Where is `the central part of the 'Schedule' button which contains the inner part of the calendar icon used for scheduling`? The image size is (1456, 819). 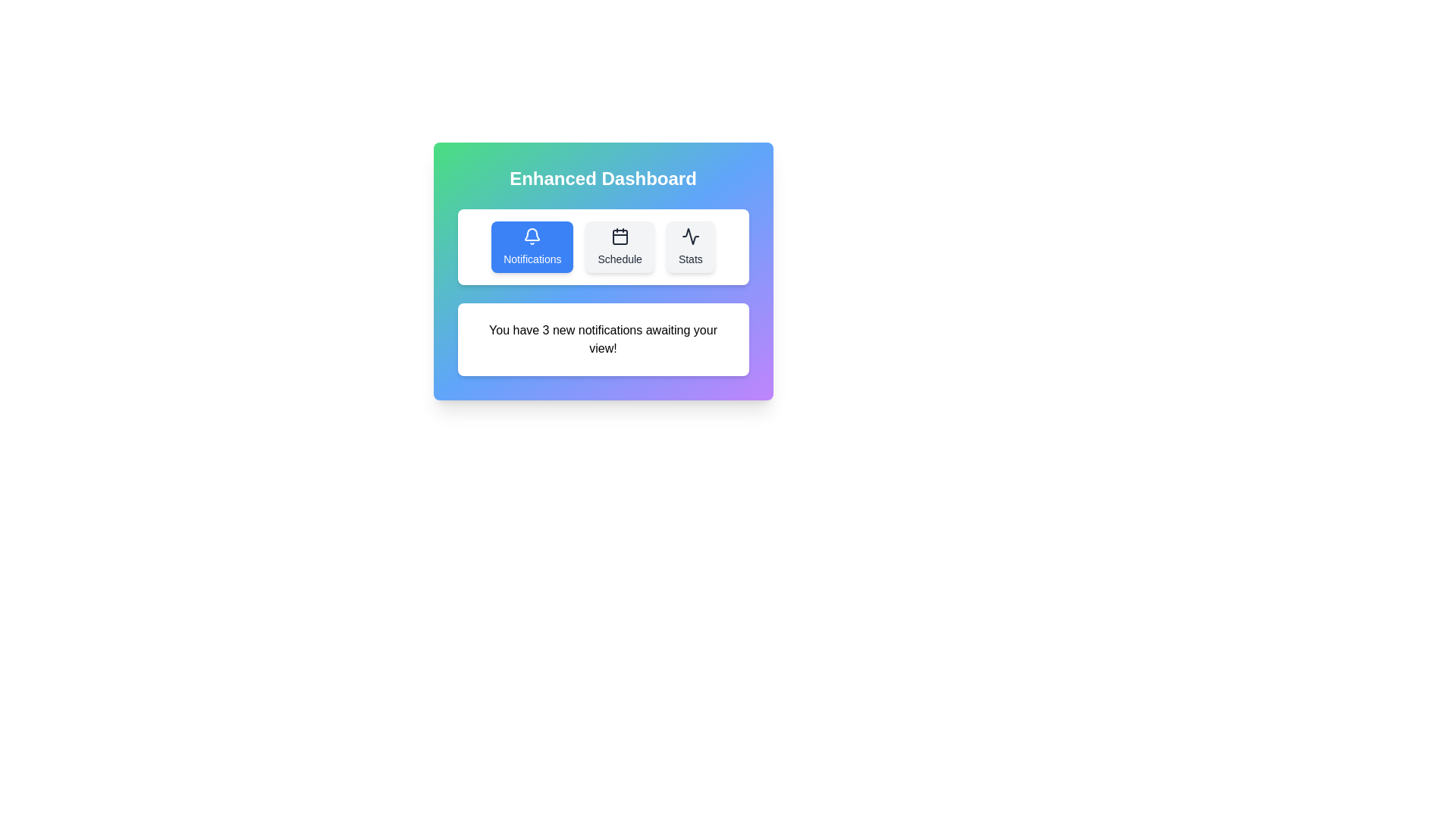 the central part of the 'Schedule' button which contains the inner part of the calendar icon used for scheduling is located at coordinates (620, 237).